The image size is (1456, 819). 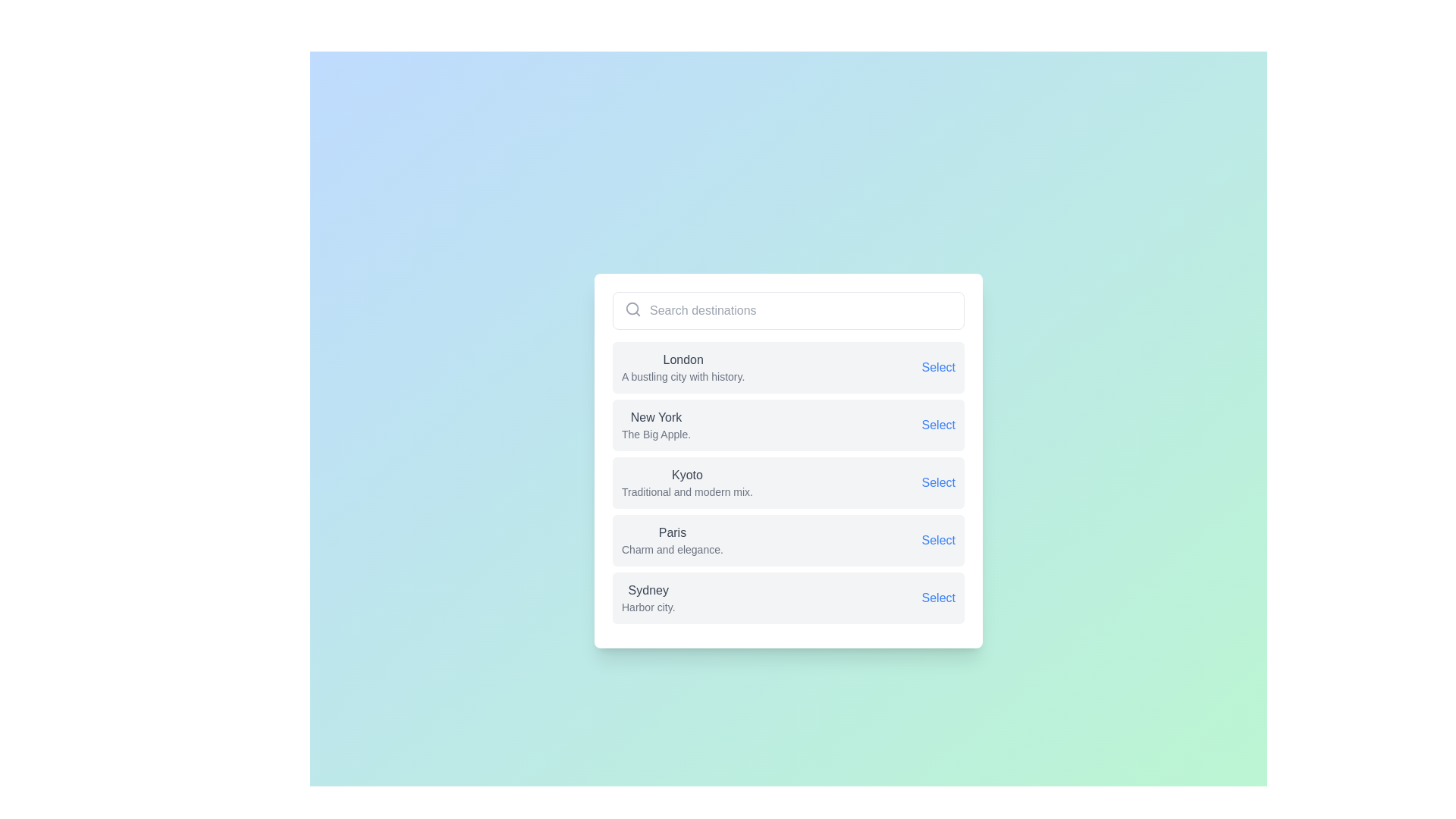 What do you see at coordinates (937, 540) in the screenshot?
I see `the 'Select' button in blue color that is right-aligned within the list item for 'Paris'` at bounding box center [937, 540].